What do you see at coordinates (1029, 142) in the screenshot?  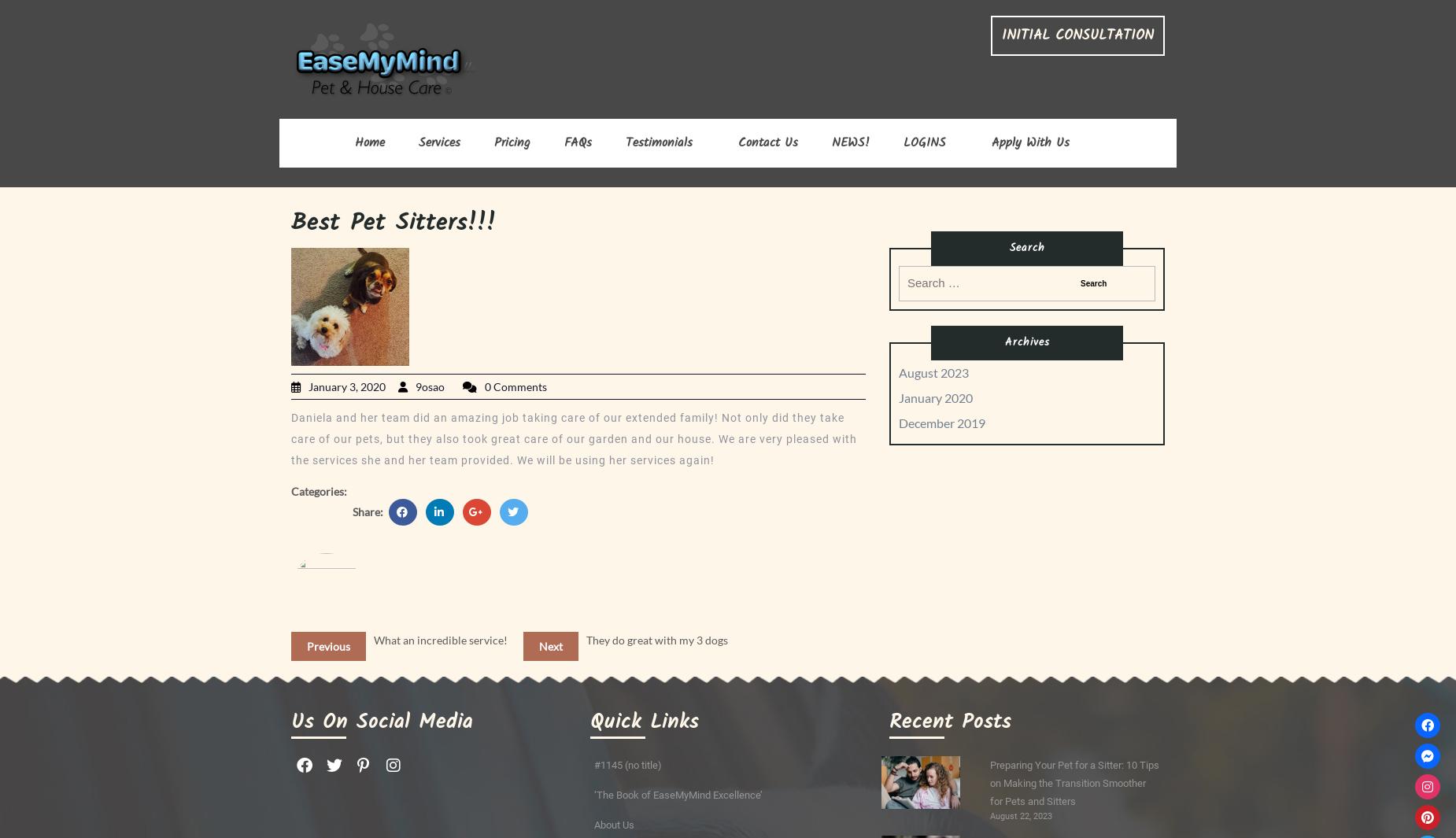 I see `'Apply With Us'` at bounding box center [1029, 142].